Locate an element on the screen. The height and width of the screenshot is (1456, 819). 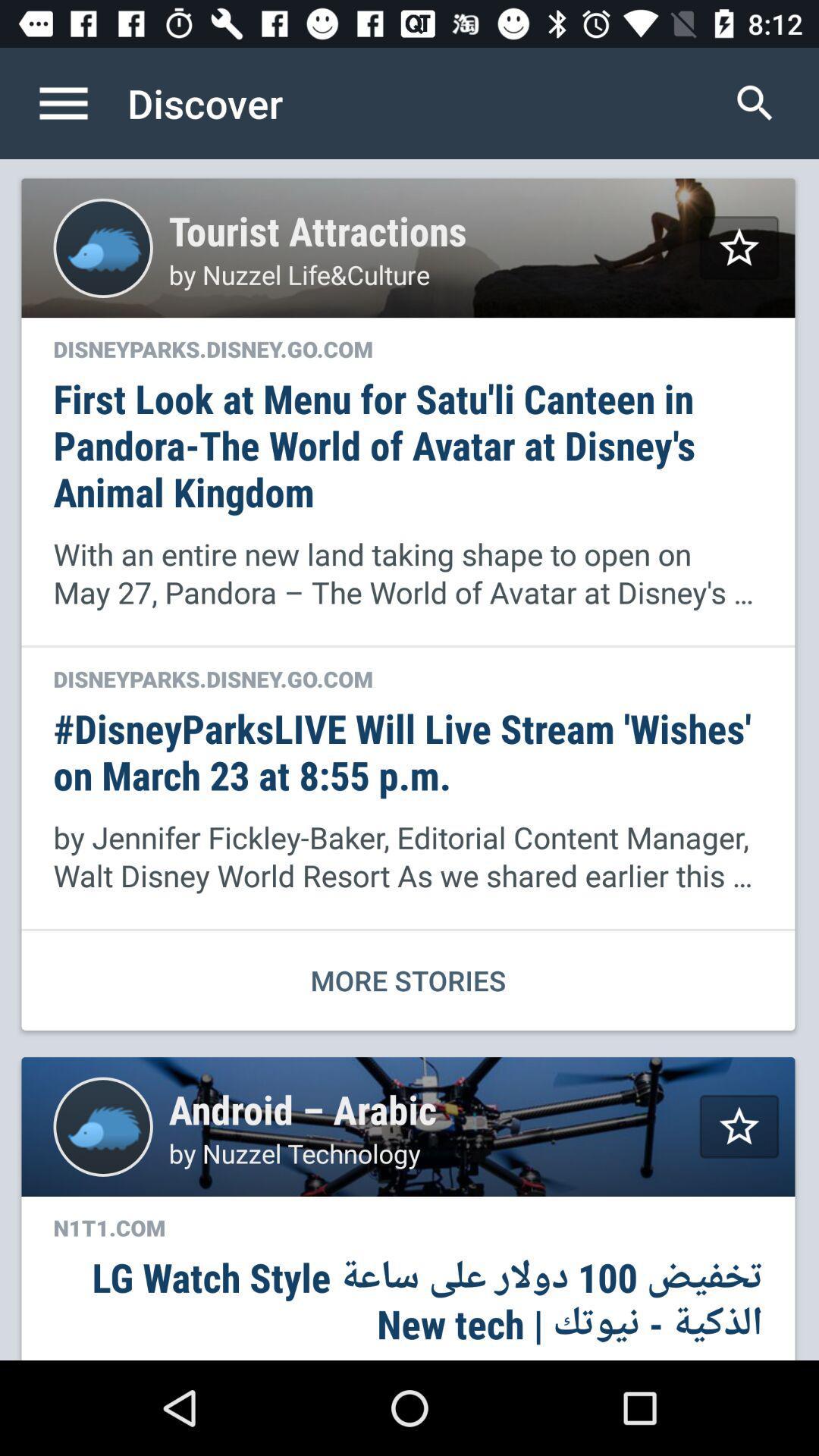
topic is located at coordinates (739, 247).